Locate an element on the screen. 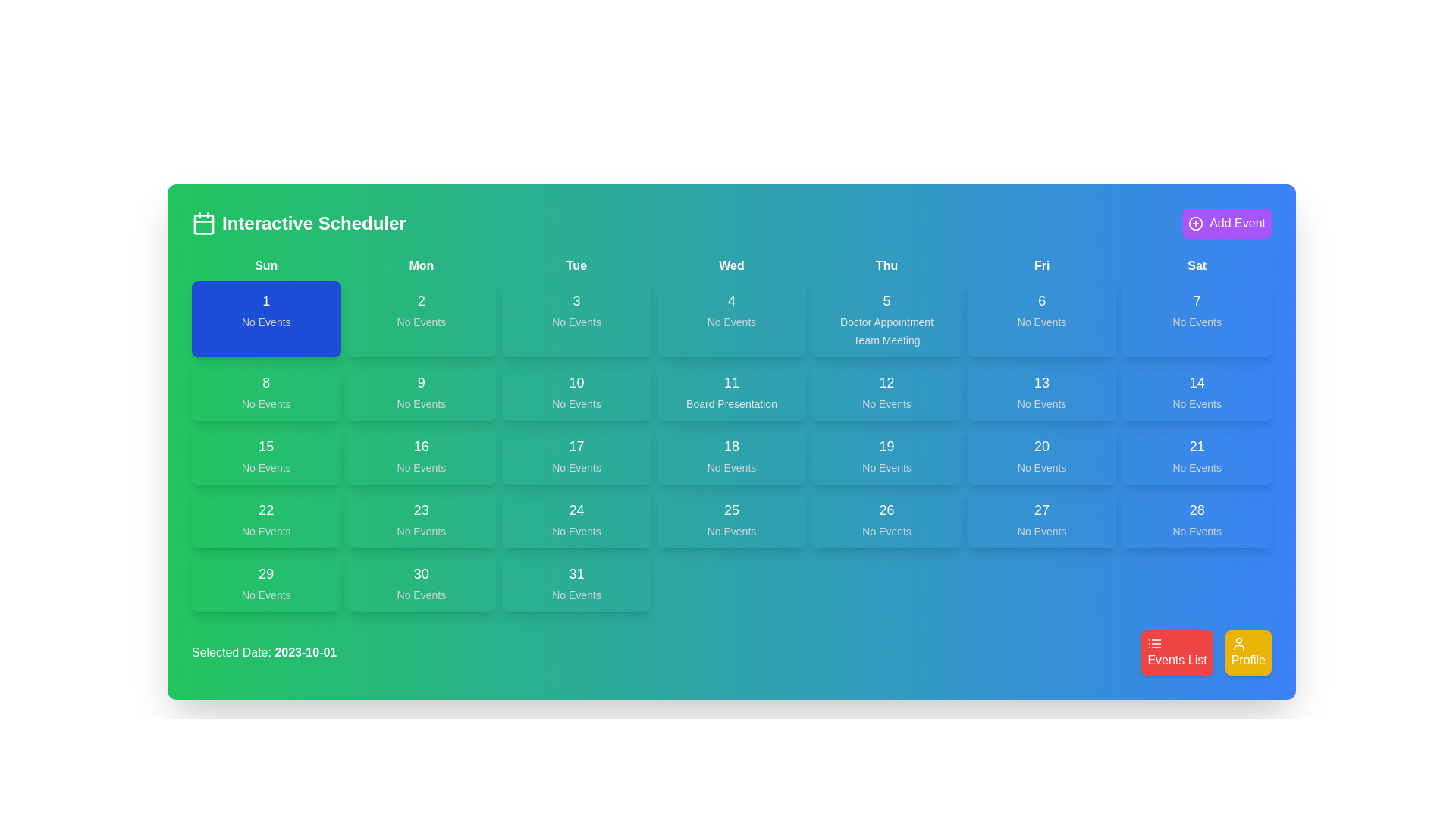  from the date cell for the 21st in the calendar grid is located at coordinates (1196, 455).